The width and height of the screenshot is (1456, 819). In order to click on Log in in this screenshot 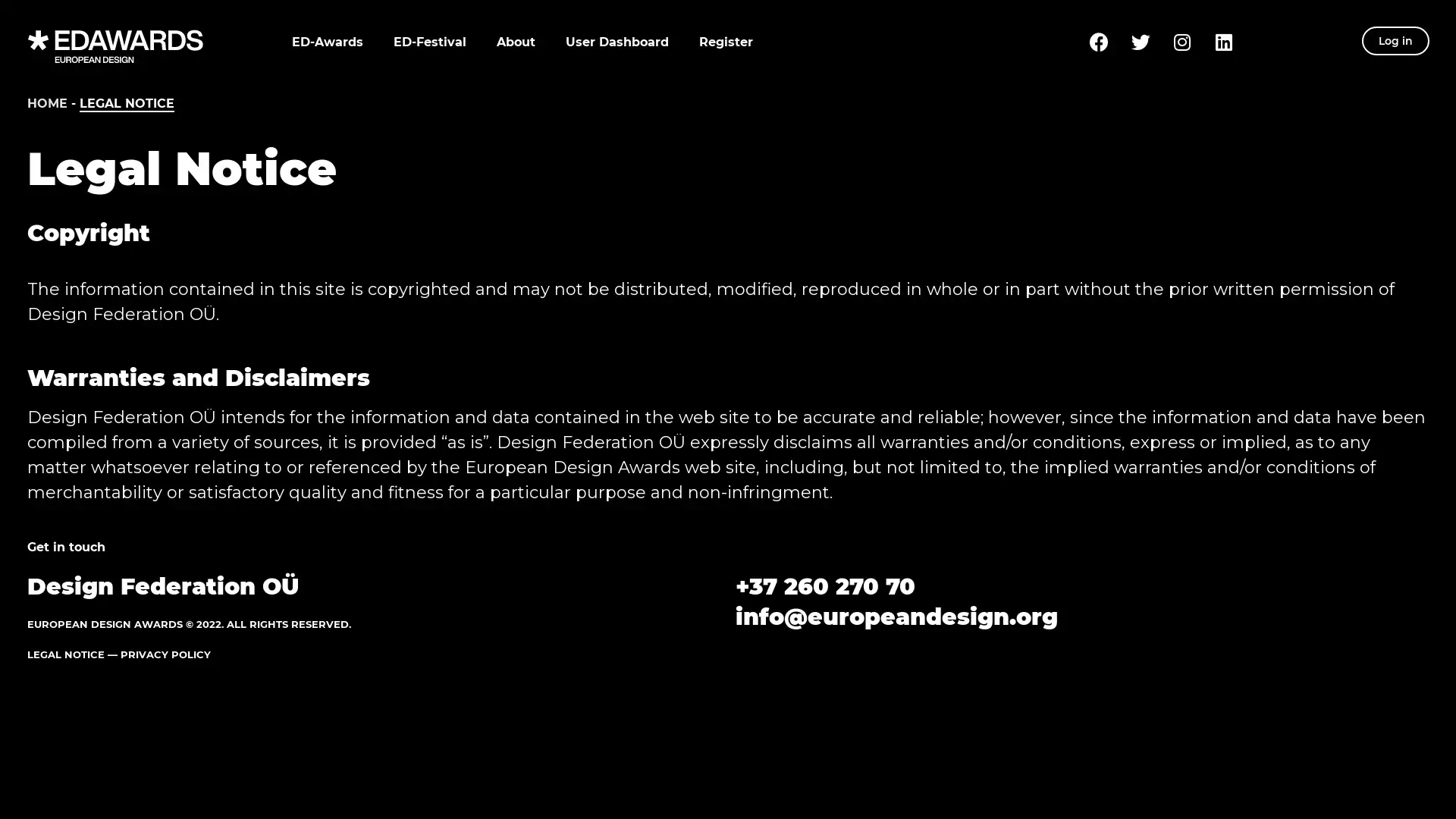, I will do `click(1395, 40)`.